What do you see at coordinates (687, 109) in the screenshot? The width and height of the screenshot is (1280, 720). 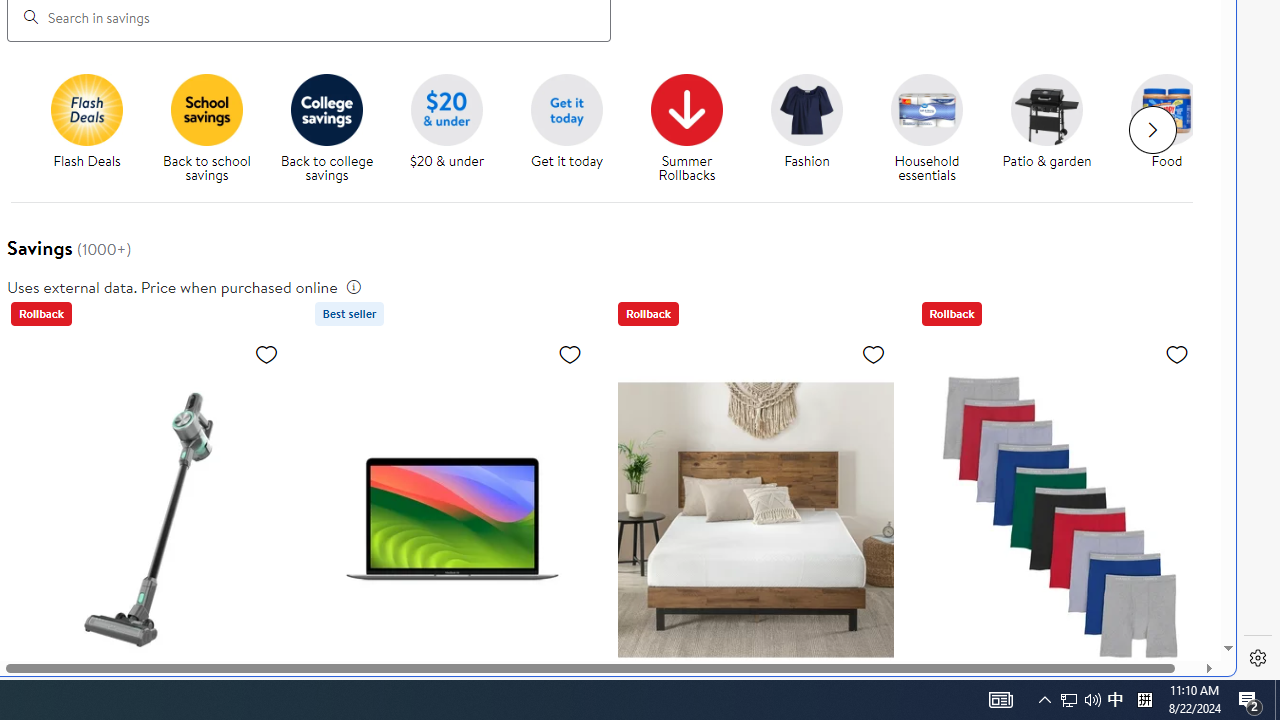 I see `'Summer Rollbacks'` at bounding box center [687, 109].